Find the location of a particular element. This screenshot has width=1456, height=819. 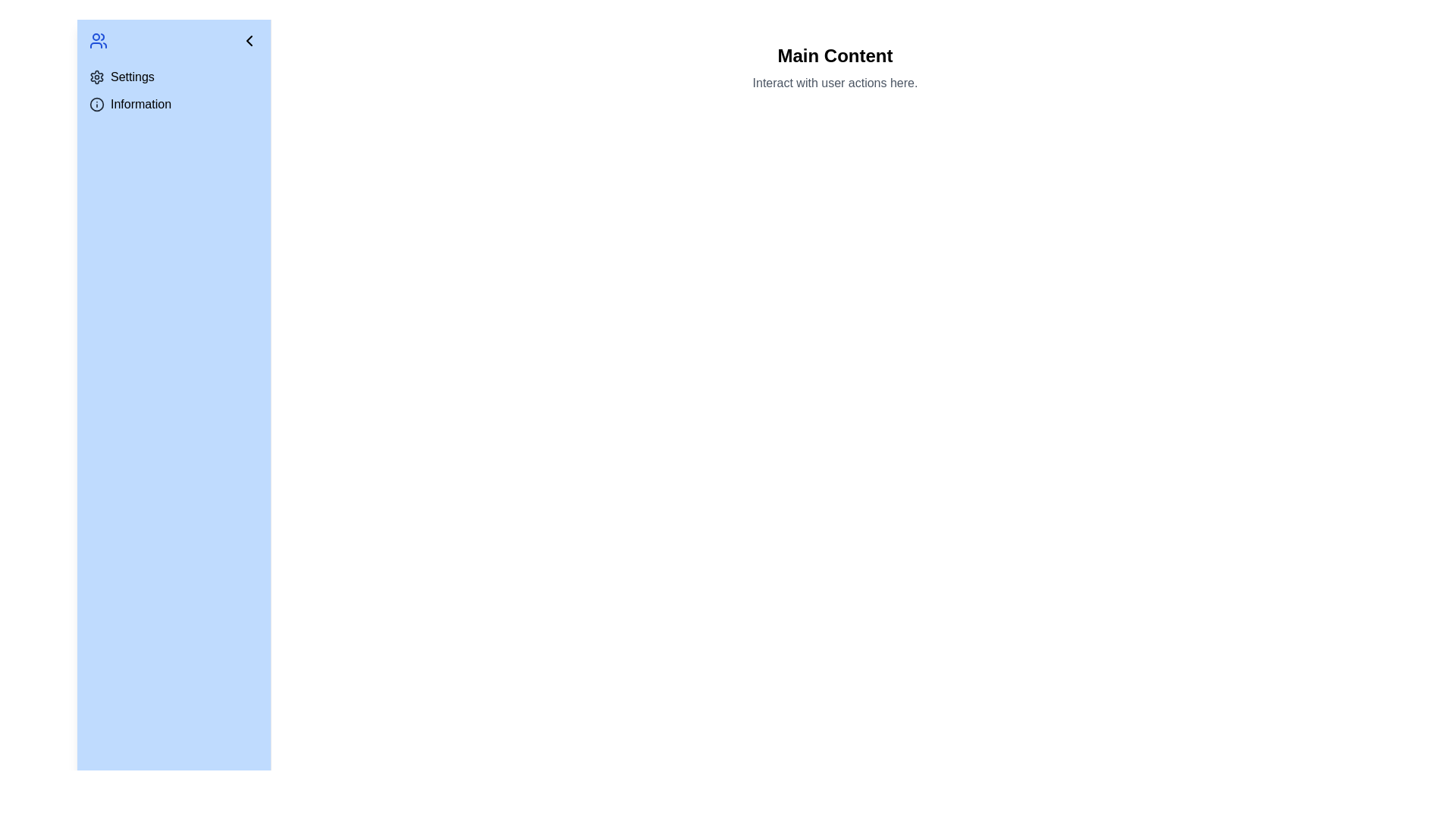

the circular gray information icon located in the left sidebar next to the 'Information' text label is located at coordinates (96, 104).